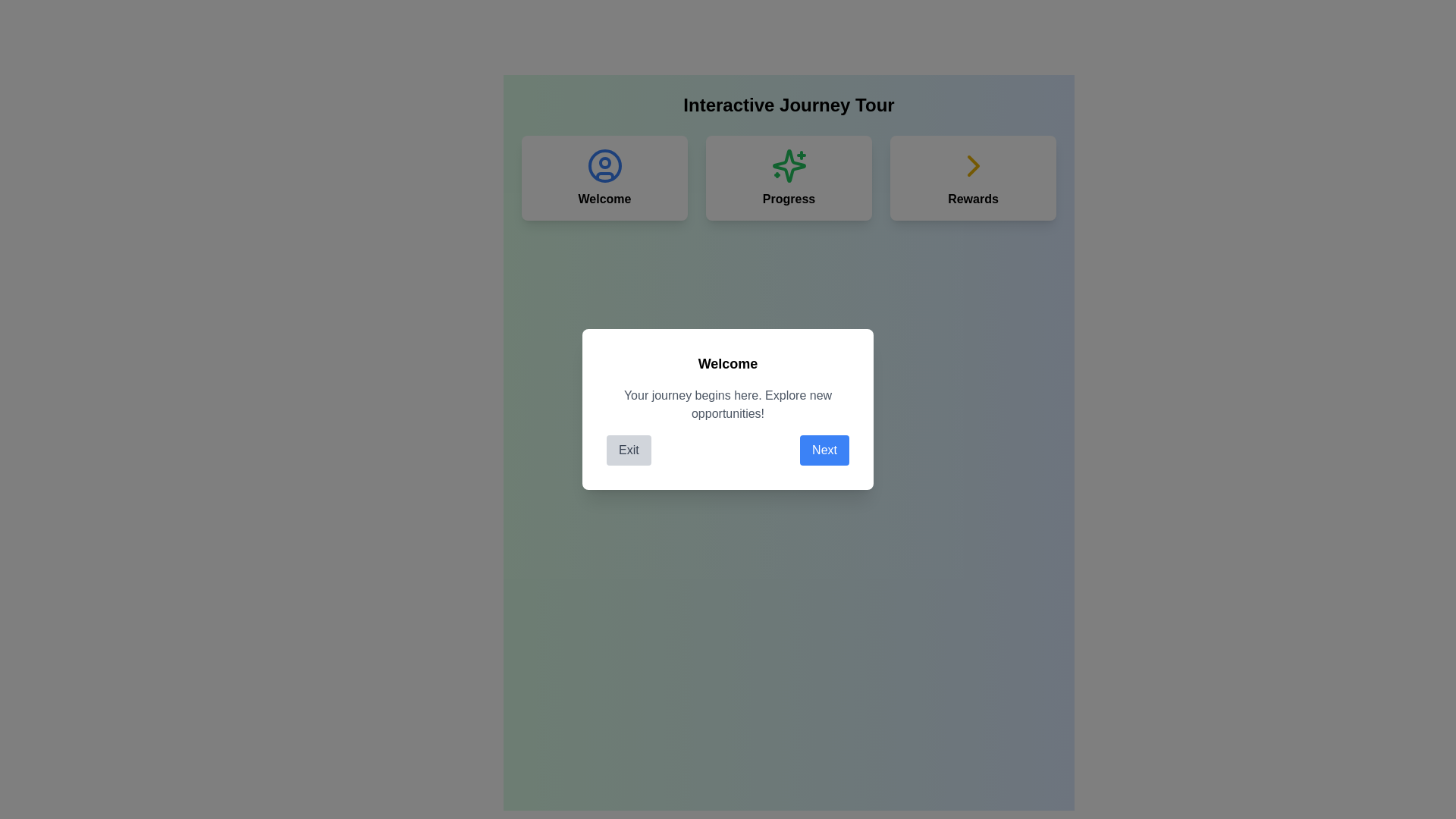  Describe the element at coordinates (604, 198) in the screenshot. I see `the descriptive Text label located under the user profile icon in the top-left corner of the card layout` at that location.